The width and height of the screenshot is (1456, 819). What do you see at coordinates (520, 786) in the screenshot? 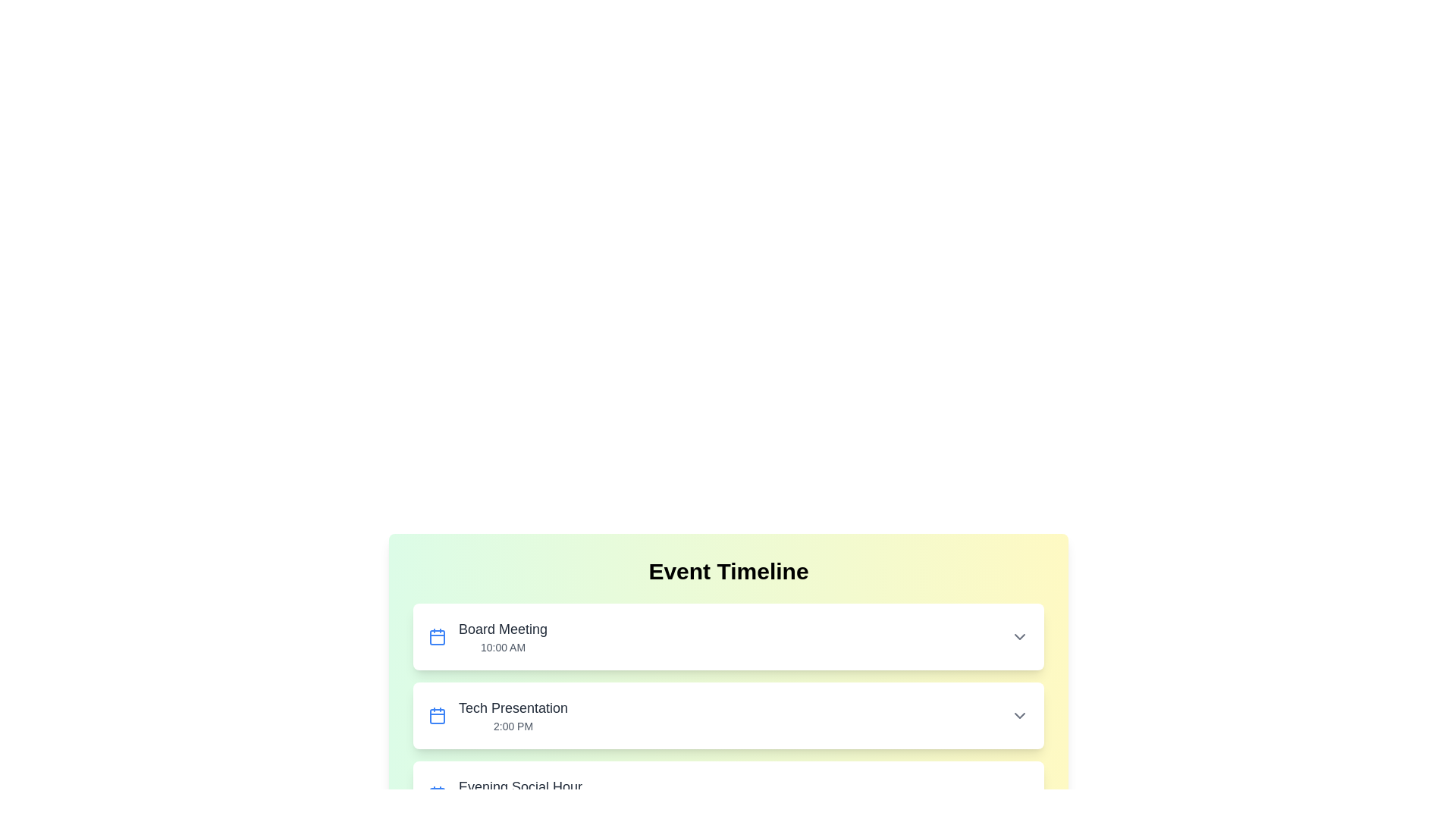
I see `the text label indicating the title of the third event in the Event Timeline, which is positioned below 'Tech Presentation' and above '5:00 PM'` at bounding box center [520, 786].